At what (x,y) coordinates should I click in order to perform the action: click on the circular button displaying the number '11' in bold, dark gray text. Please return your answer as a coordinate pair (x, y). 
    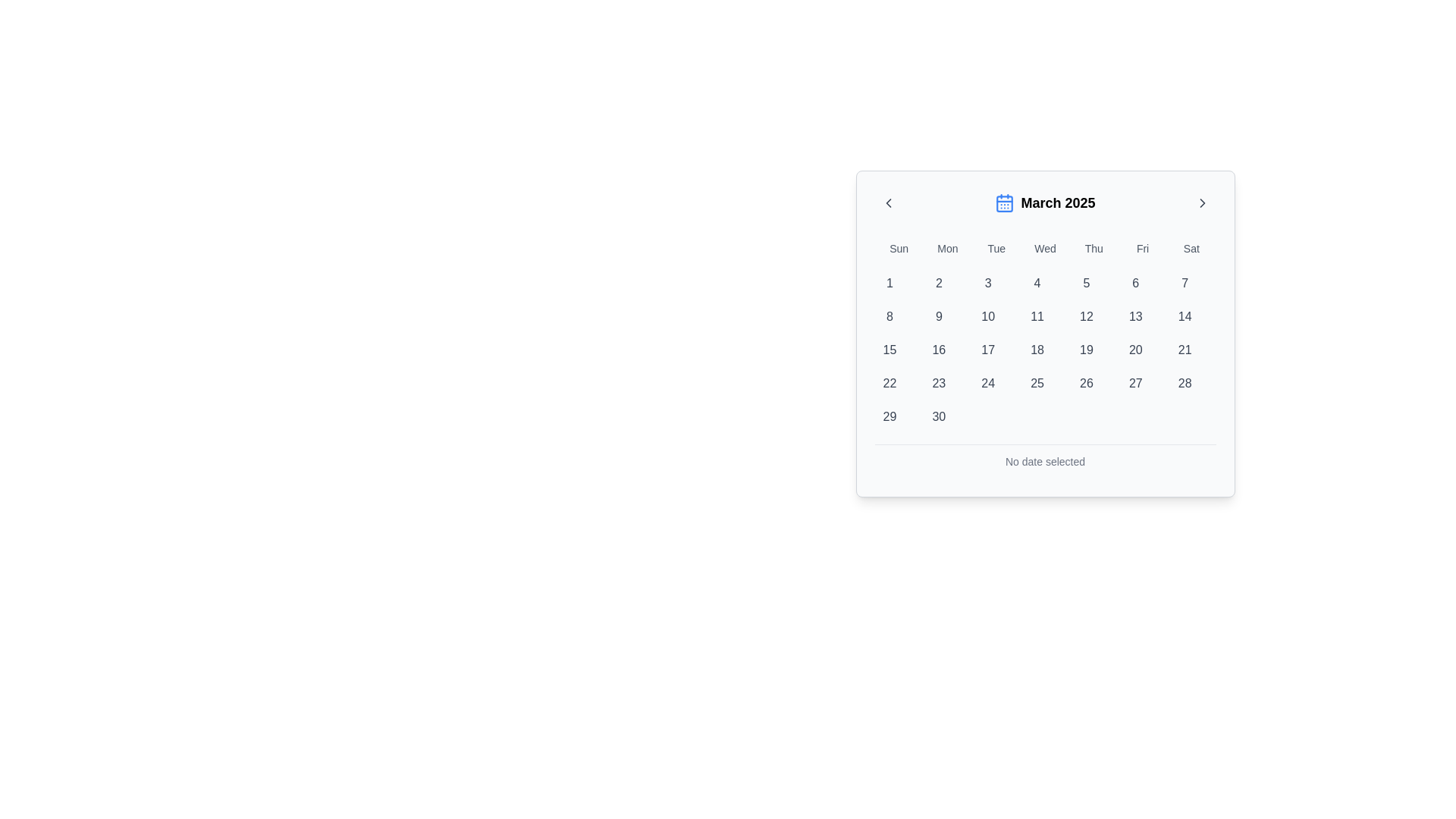
    Looking at the image, I should click on (1037, 315).